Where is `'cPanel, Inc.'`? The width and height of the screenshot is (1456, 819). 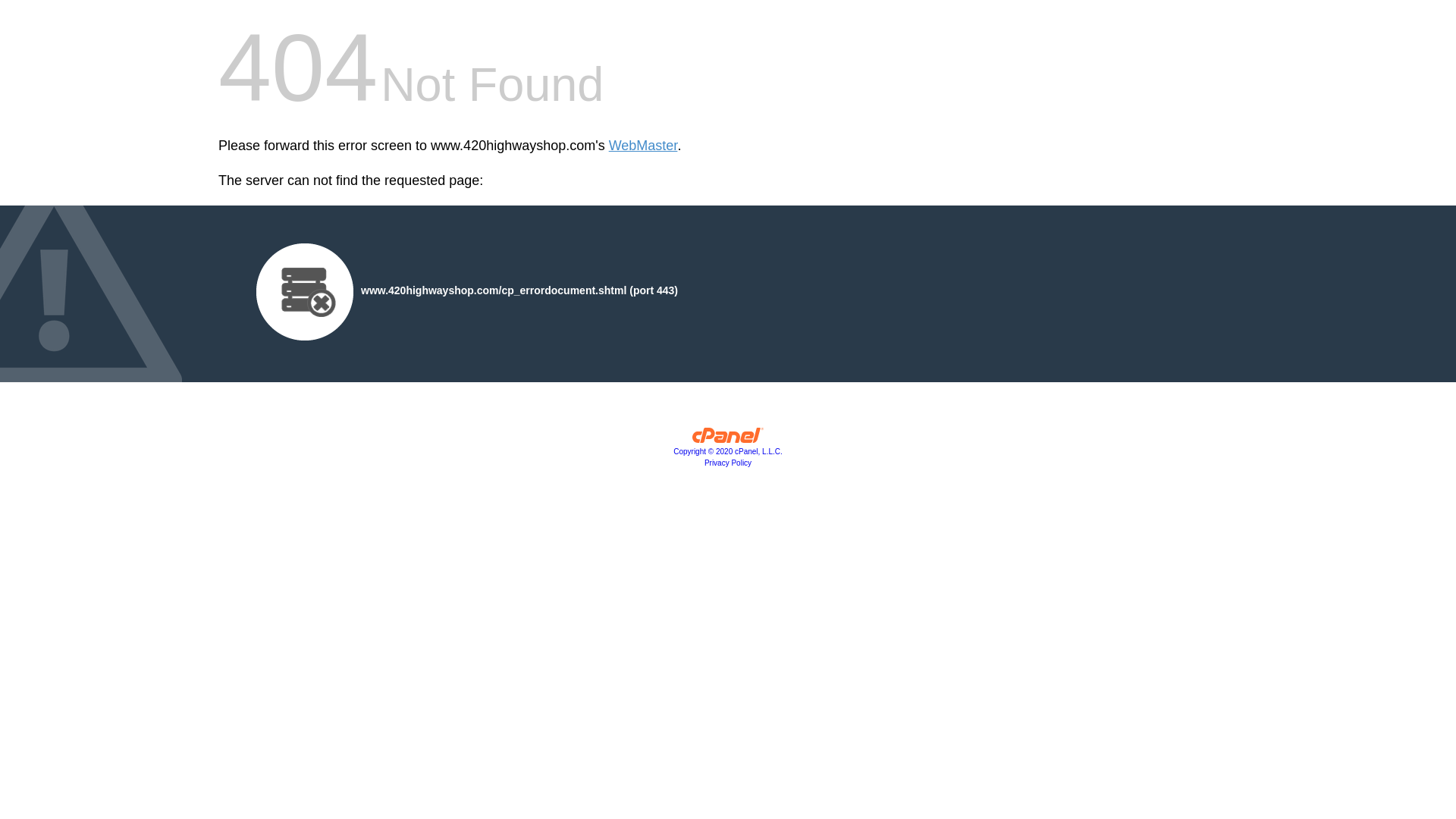 'cPanel, Inc.' is located at coordinates (728, 438).